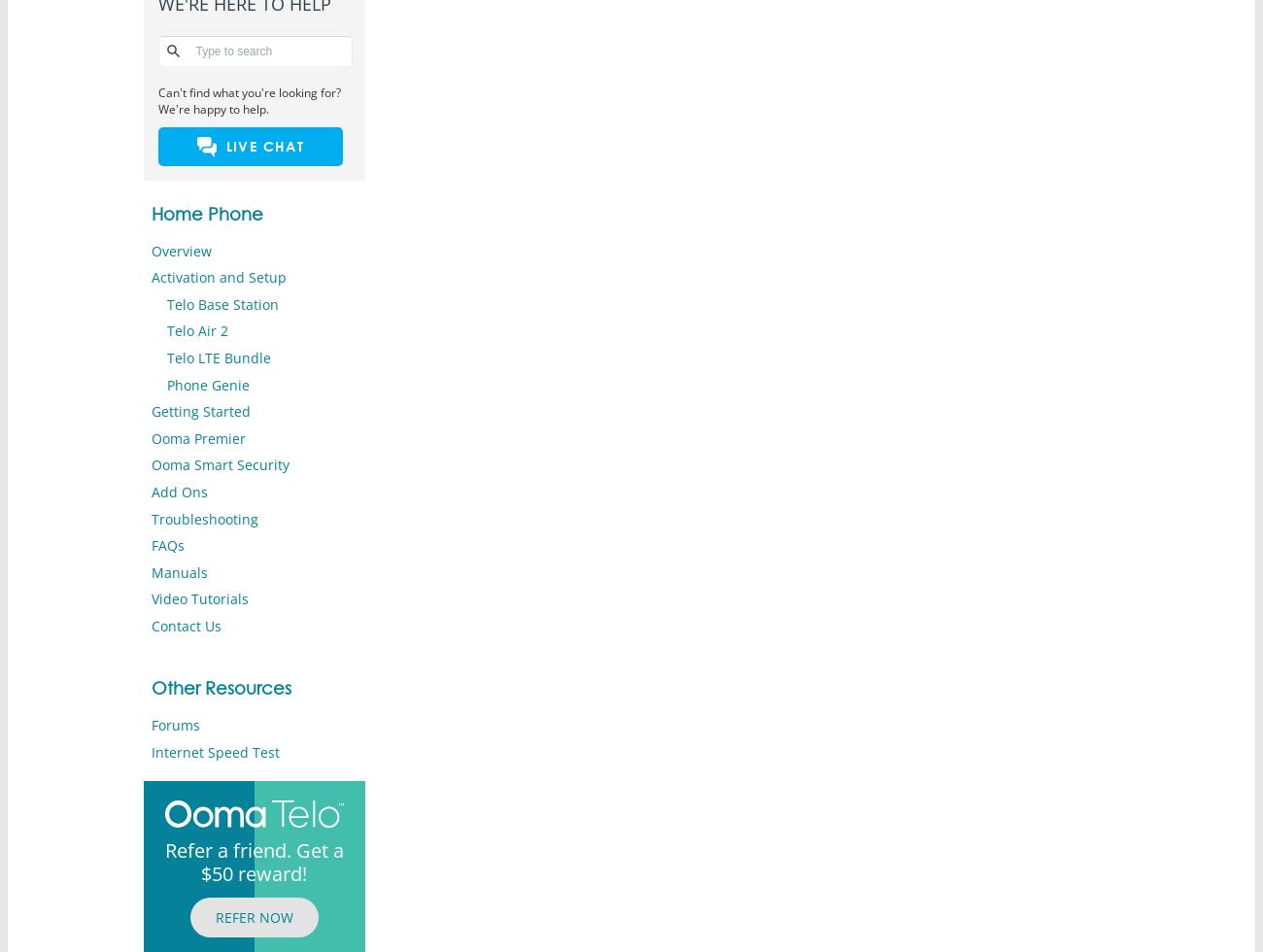  Describe the element at coordinates (149, 213) in the screenshot. I see `'Home Phone'` at that location.